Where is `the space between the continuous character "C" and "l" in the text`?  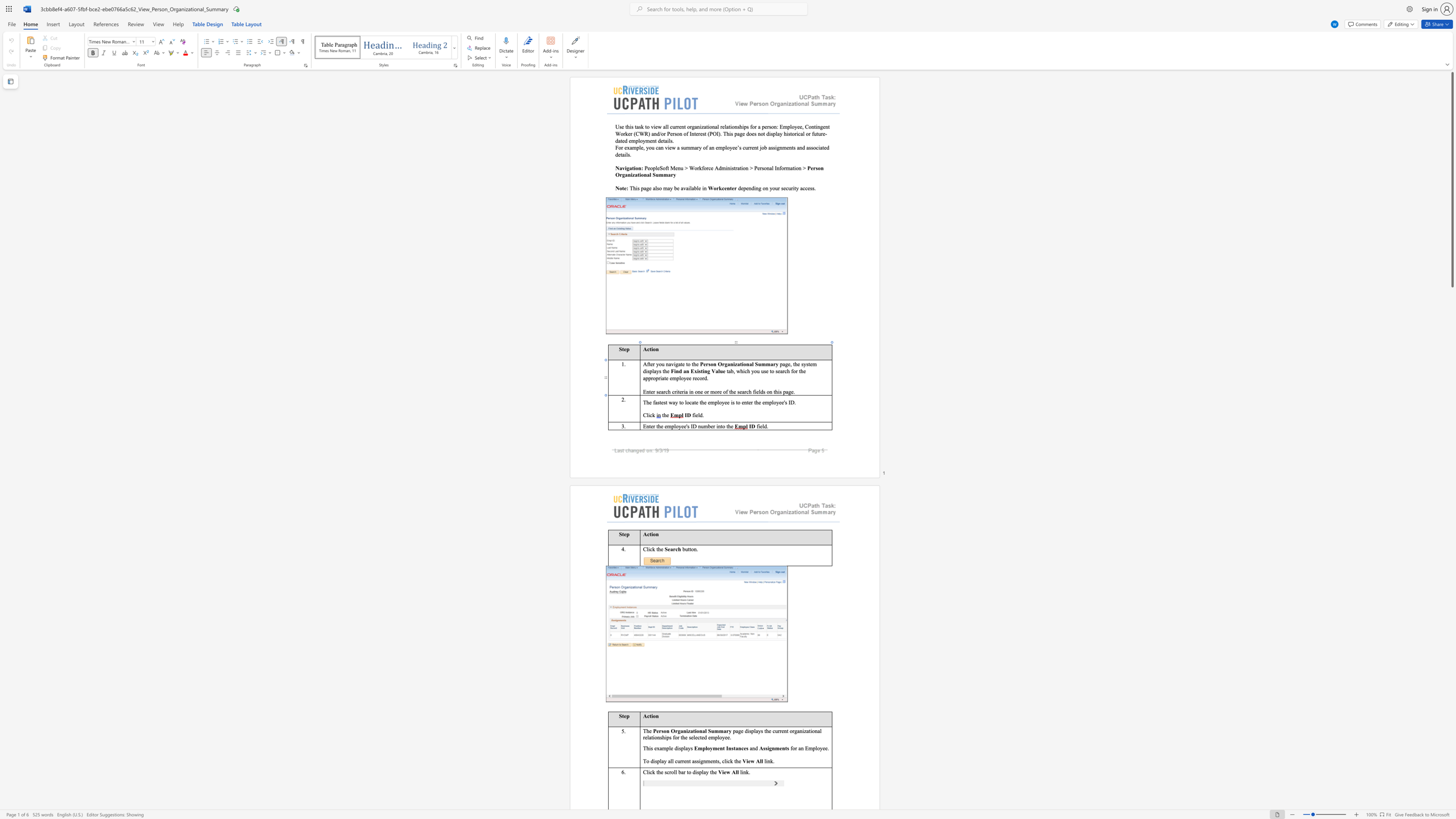
the space between the continuous character "C" and "l" in the text is located at coordinates (645, 549).